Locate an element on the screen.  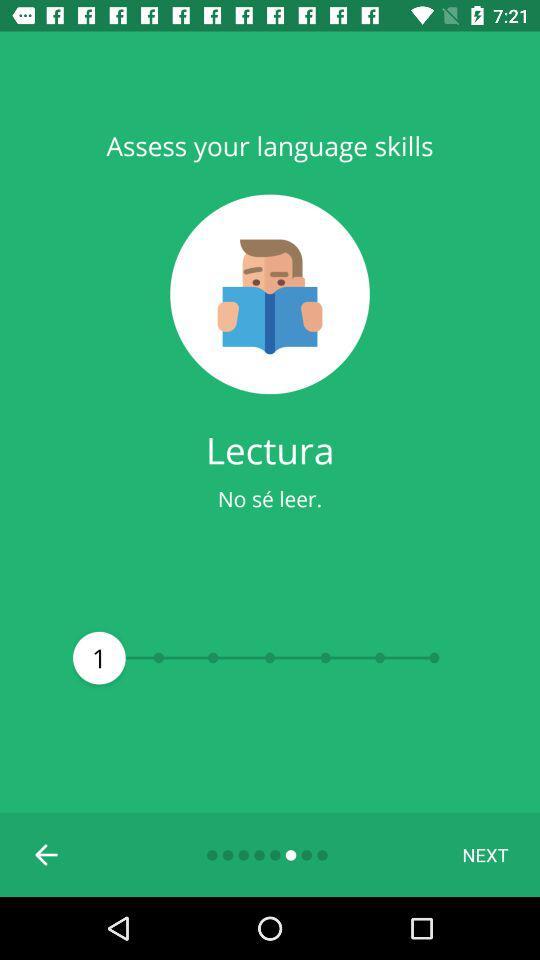
previous is located at coordinates (47, 853).